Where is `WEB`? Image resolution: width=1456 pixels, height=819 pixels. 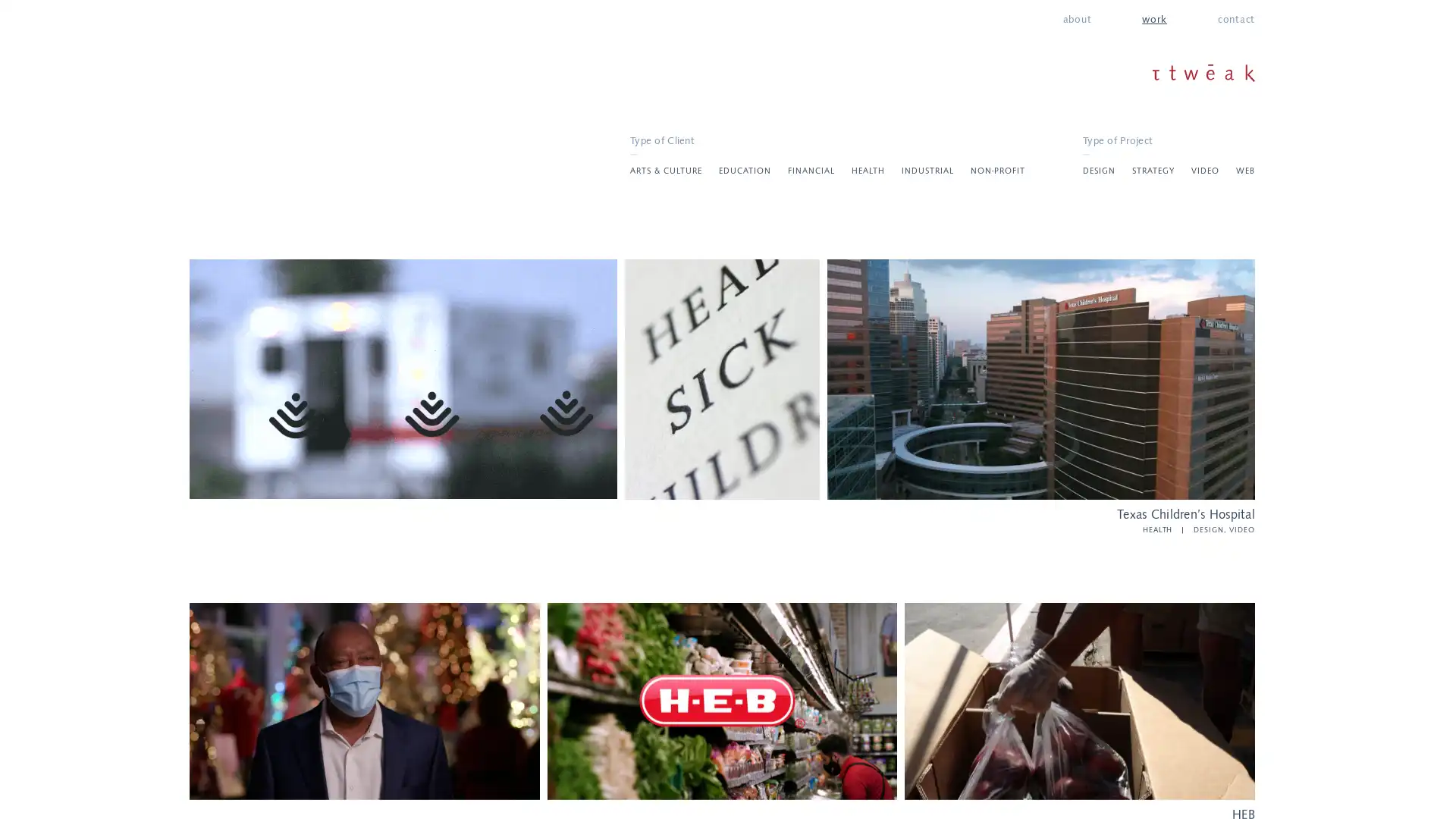
WEB is located at coordinates (1245, 171).